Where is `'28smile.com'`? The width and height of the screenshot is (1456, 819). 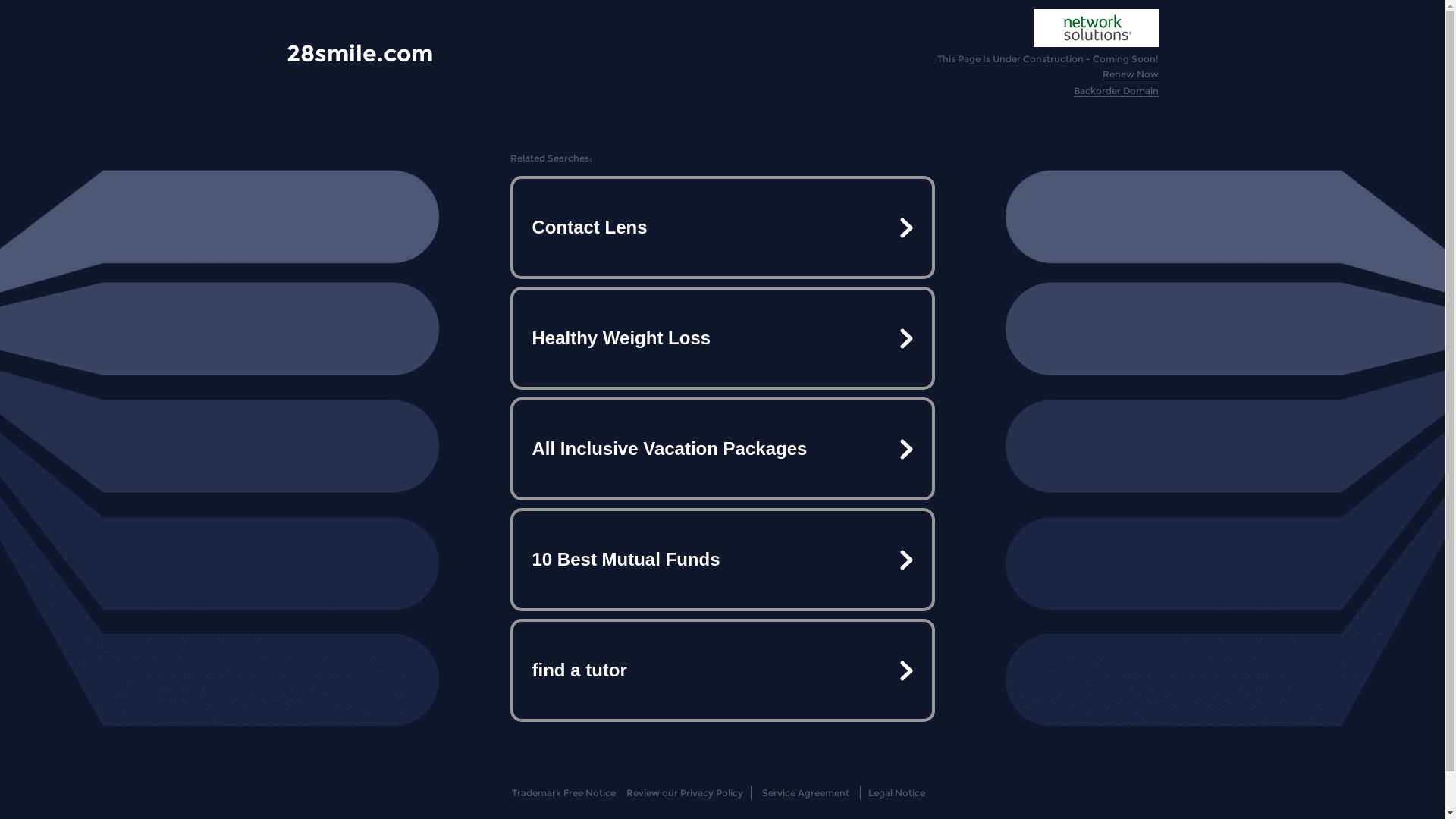 '28smile.com' is located at coordinates (359, 52).